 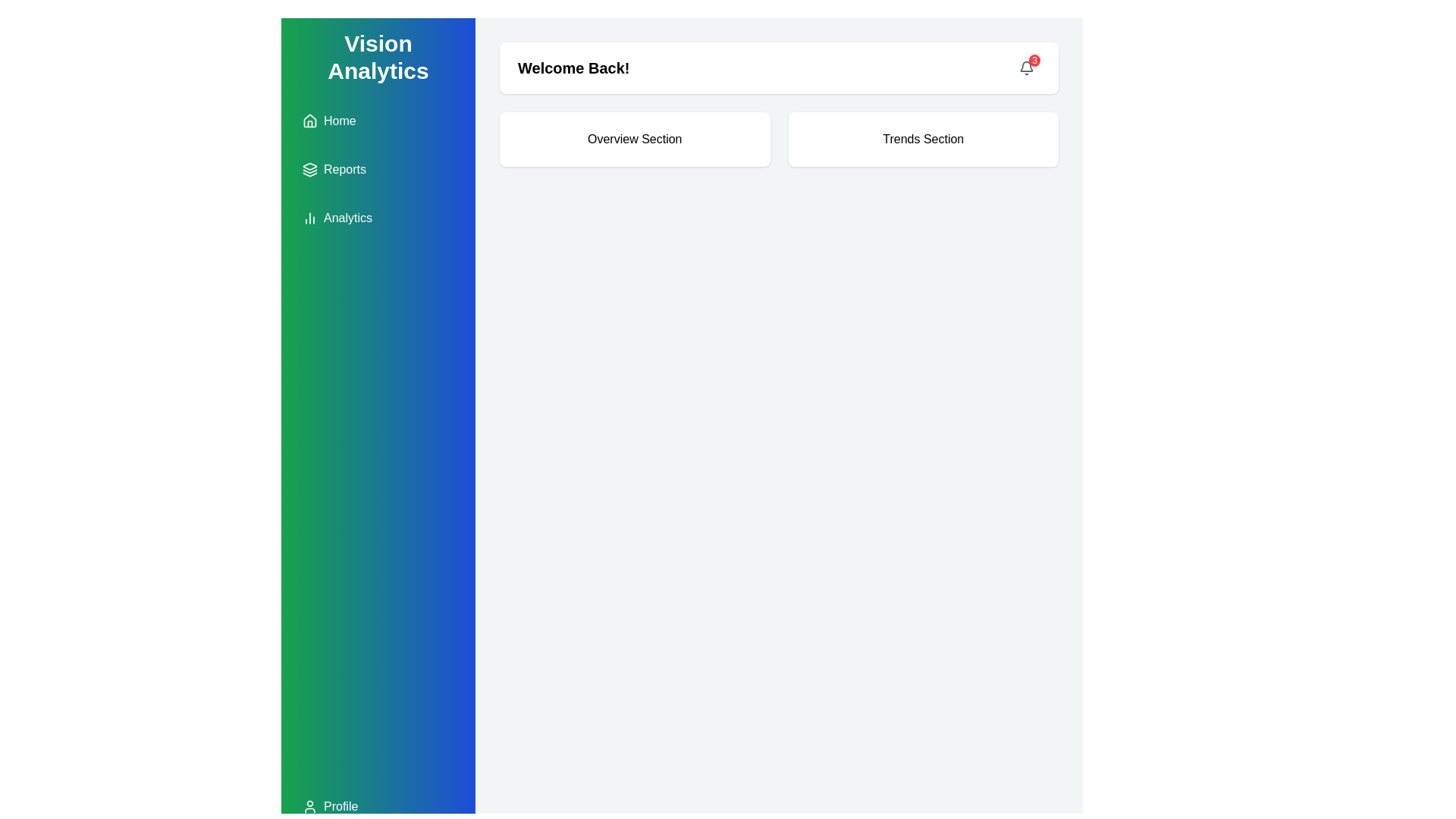 I want to click on the notification count displayed on the badge located at the top-right corner of the notification bell icon in the application interface, so click(x=1034, y=60).